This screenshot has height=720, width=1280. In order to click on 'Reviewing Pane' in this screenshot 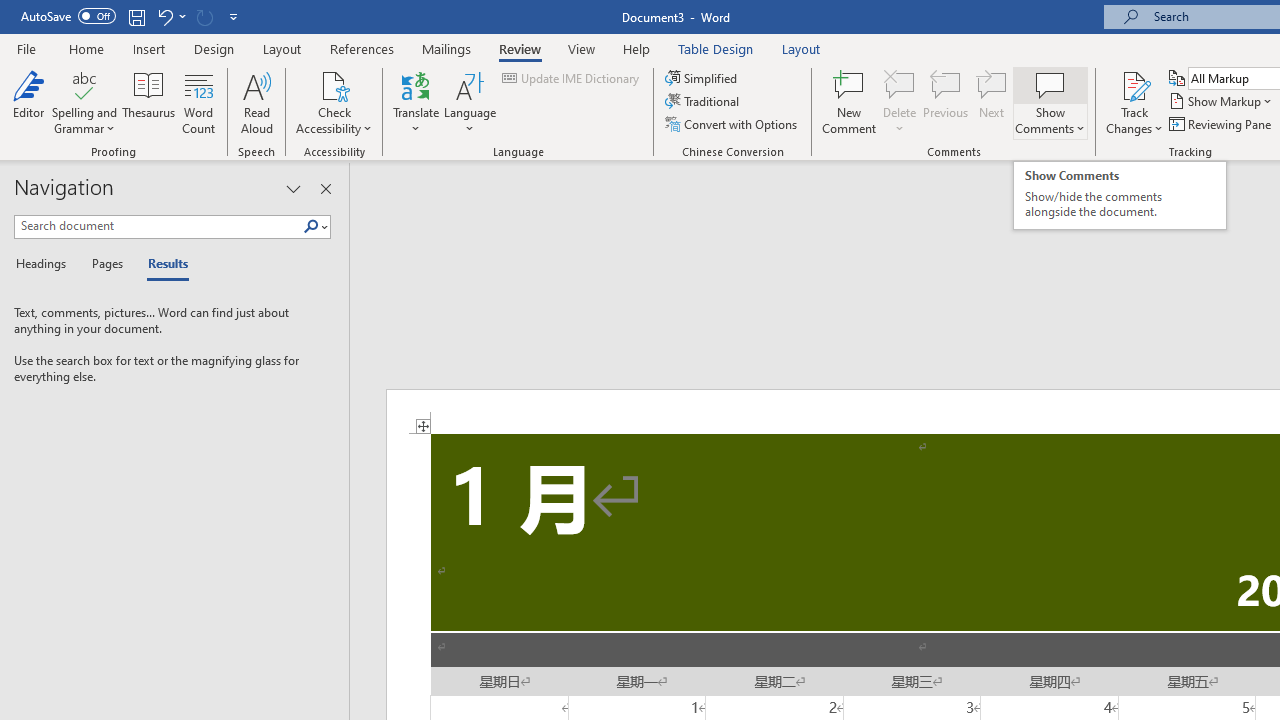, I will do `click(1220, 124)`.